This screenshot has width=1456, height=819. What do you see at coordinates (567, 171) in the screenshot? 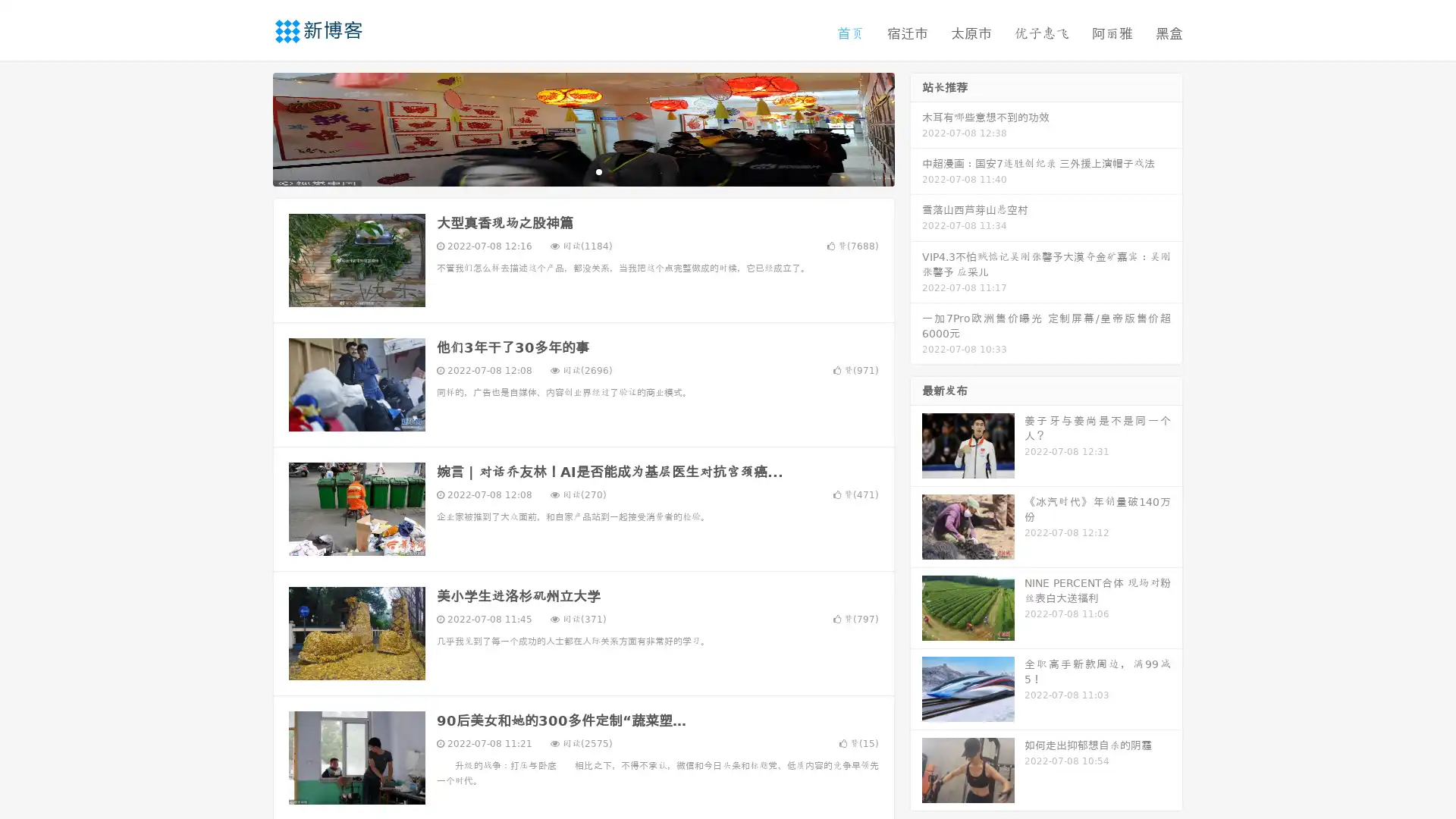
I see `Go to slide 1` at bounding box center [567, 171].